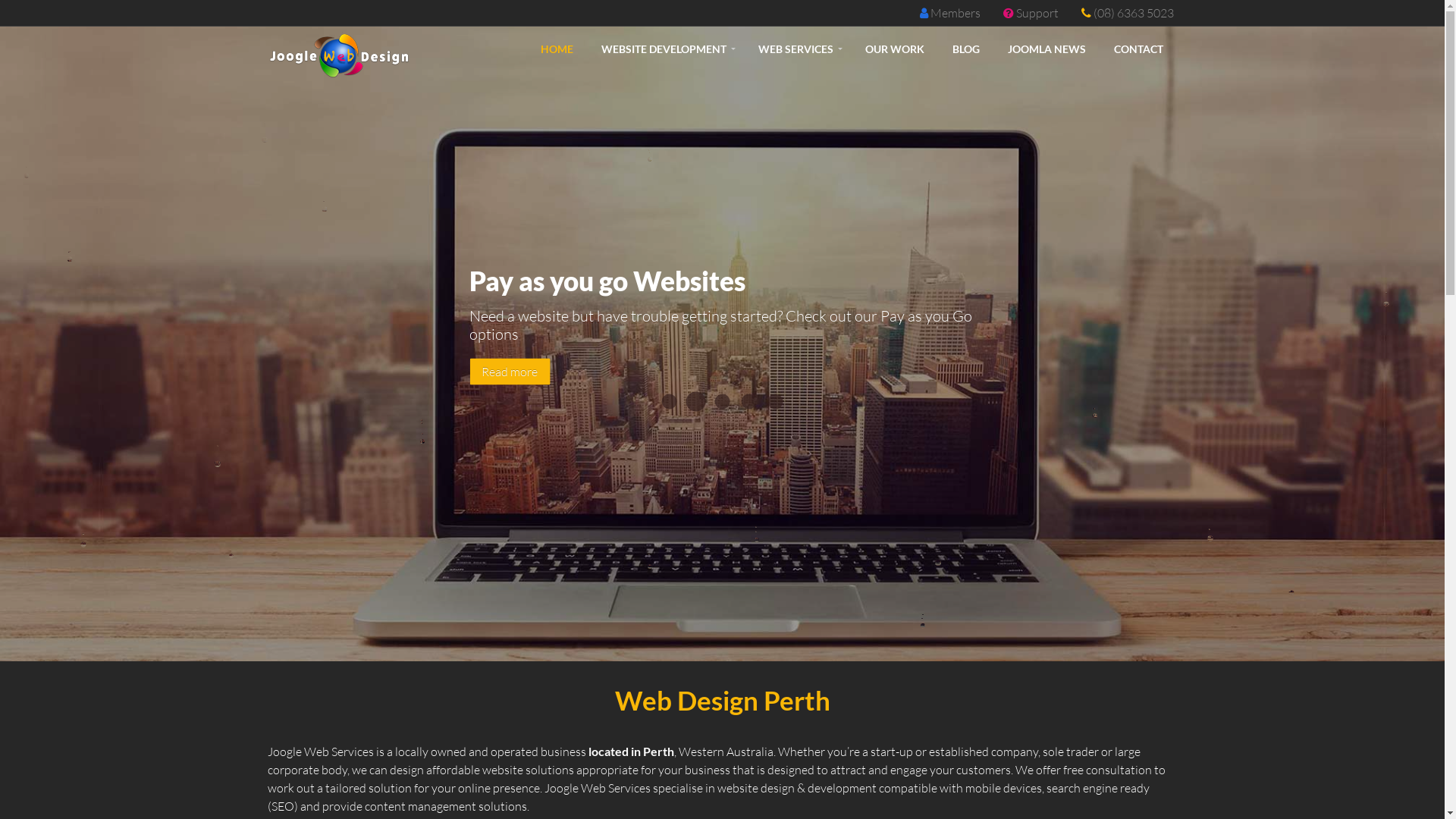 This screenshot has width=1456, height=819. What do you see at coordinates (668, 400) in the screenshot?
I see `'Data Privacy Assessments'` at bounding box center [668, 400].